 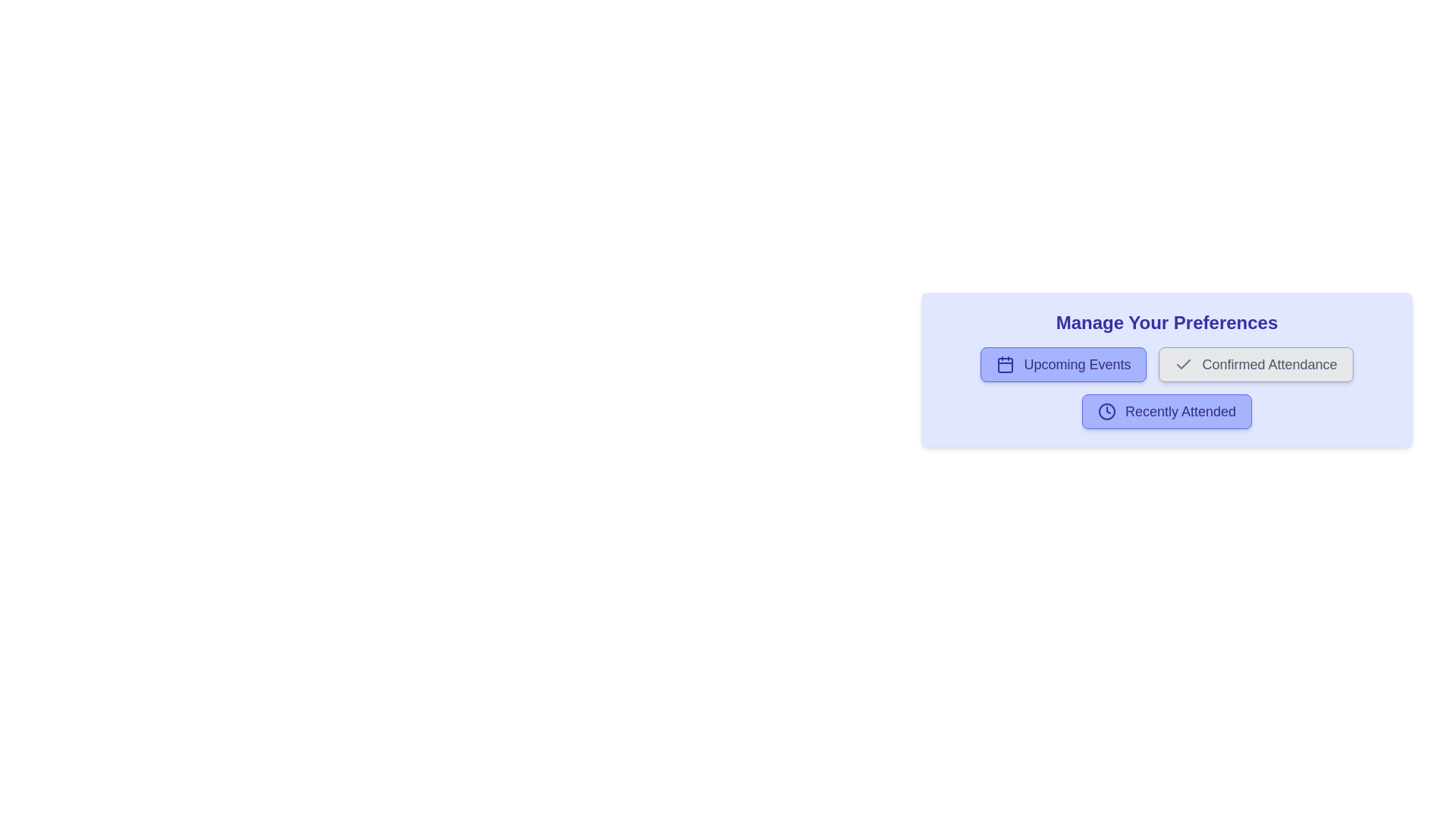 What do you see at coordinates (1106, 412) in the screenshot?
I see `the icon of the Recently Attended button to toggle its state` at bounding box center [1106, 412].